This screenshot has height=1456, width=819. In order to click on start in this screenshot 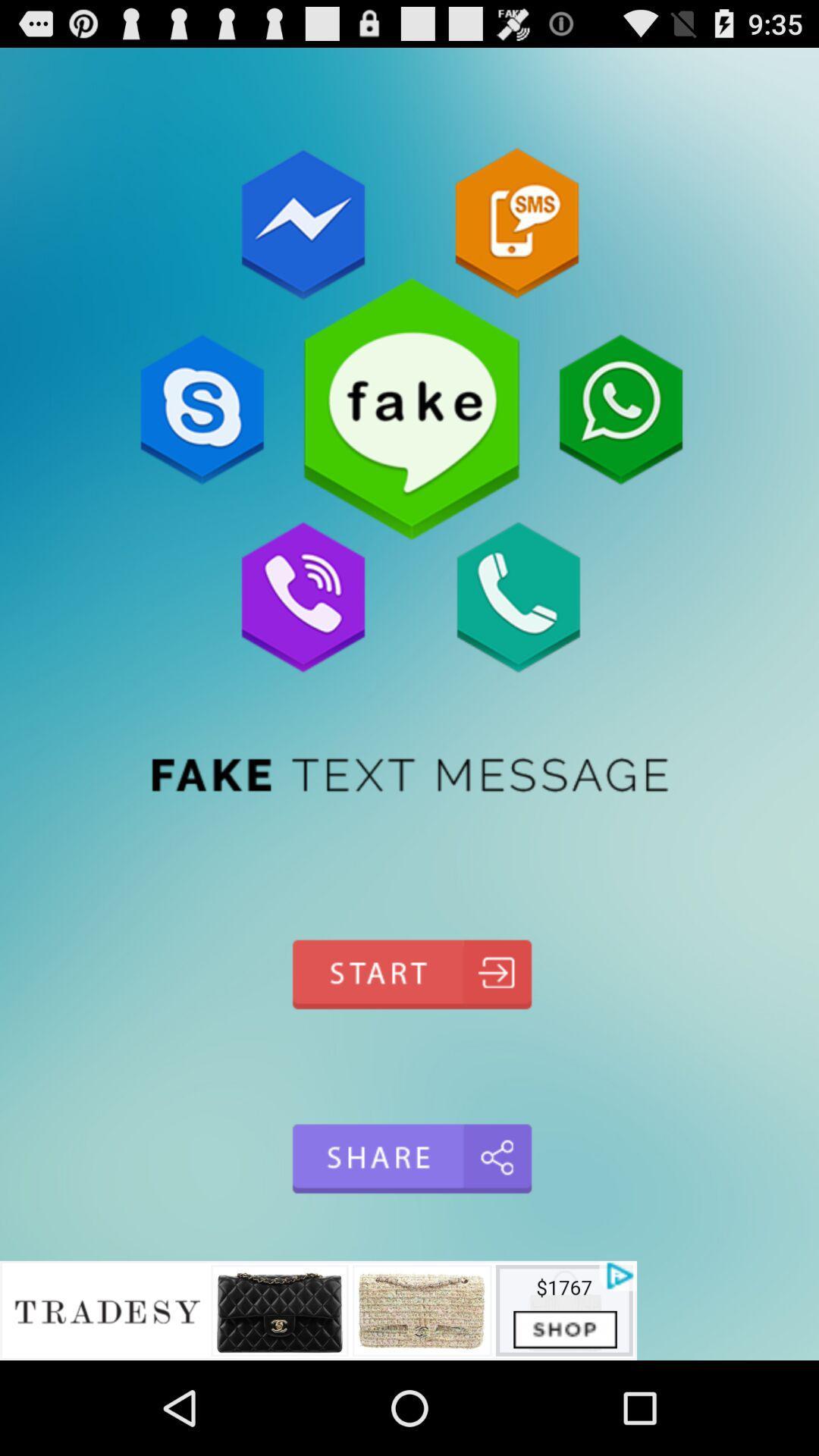, I will do `click(409, 974)`.